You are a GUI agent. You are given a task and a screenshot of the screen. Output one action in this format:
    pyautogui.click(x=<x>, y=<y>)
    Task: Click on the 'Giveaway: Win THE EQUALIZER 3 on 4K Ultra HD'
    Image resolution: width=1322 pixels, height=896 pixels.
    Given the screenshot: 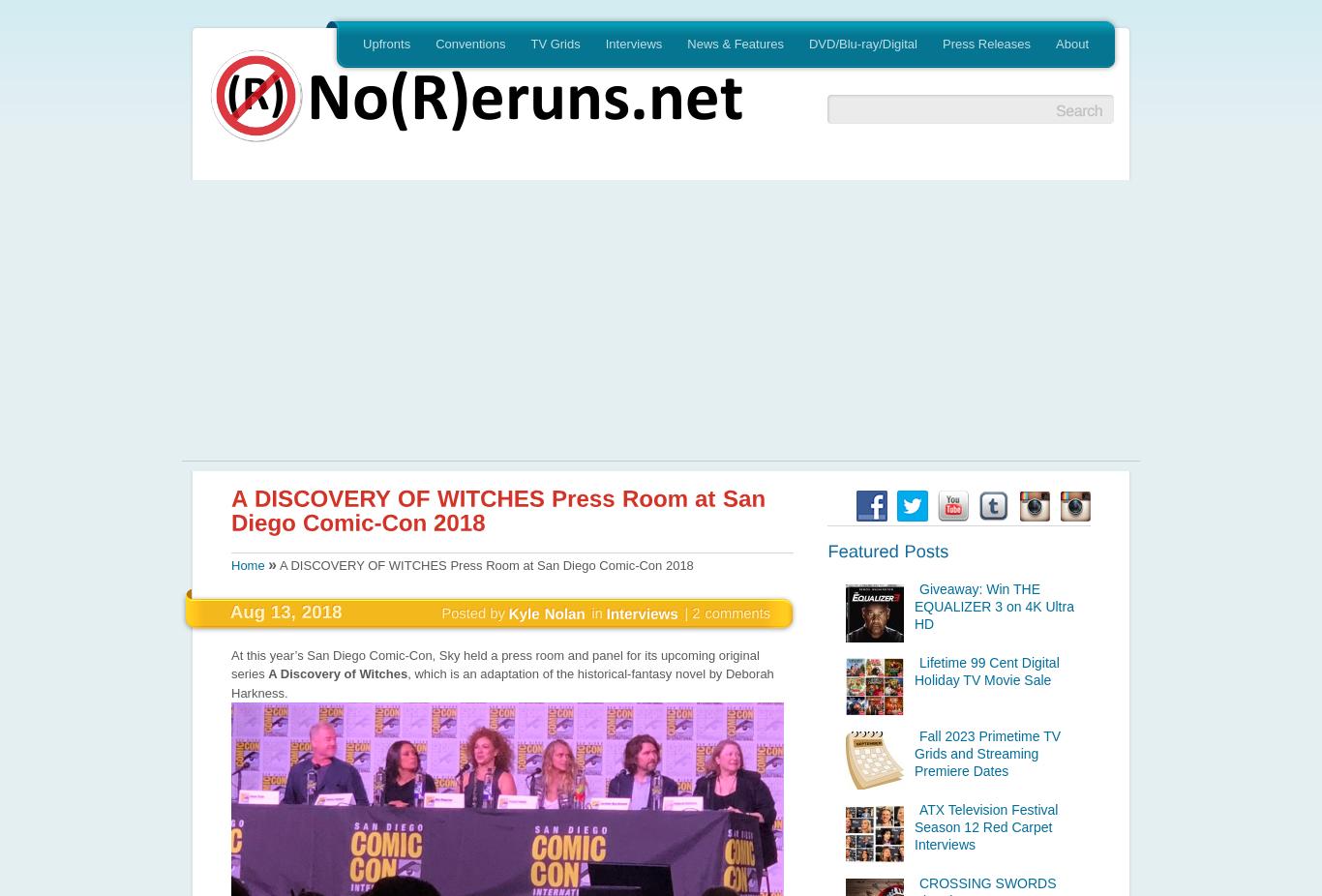 What is the action you would take?
    pyautogui.click(x=992, y=605)
    